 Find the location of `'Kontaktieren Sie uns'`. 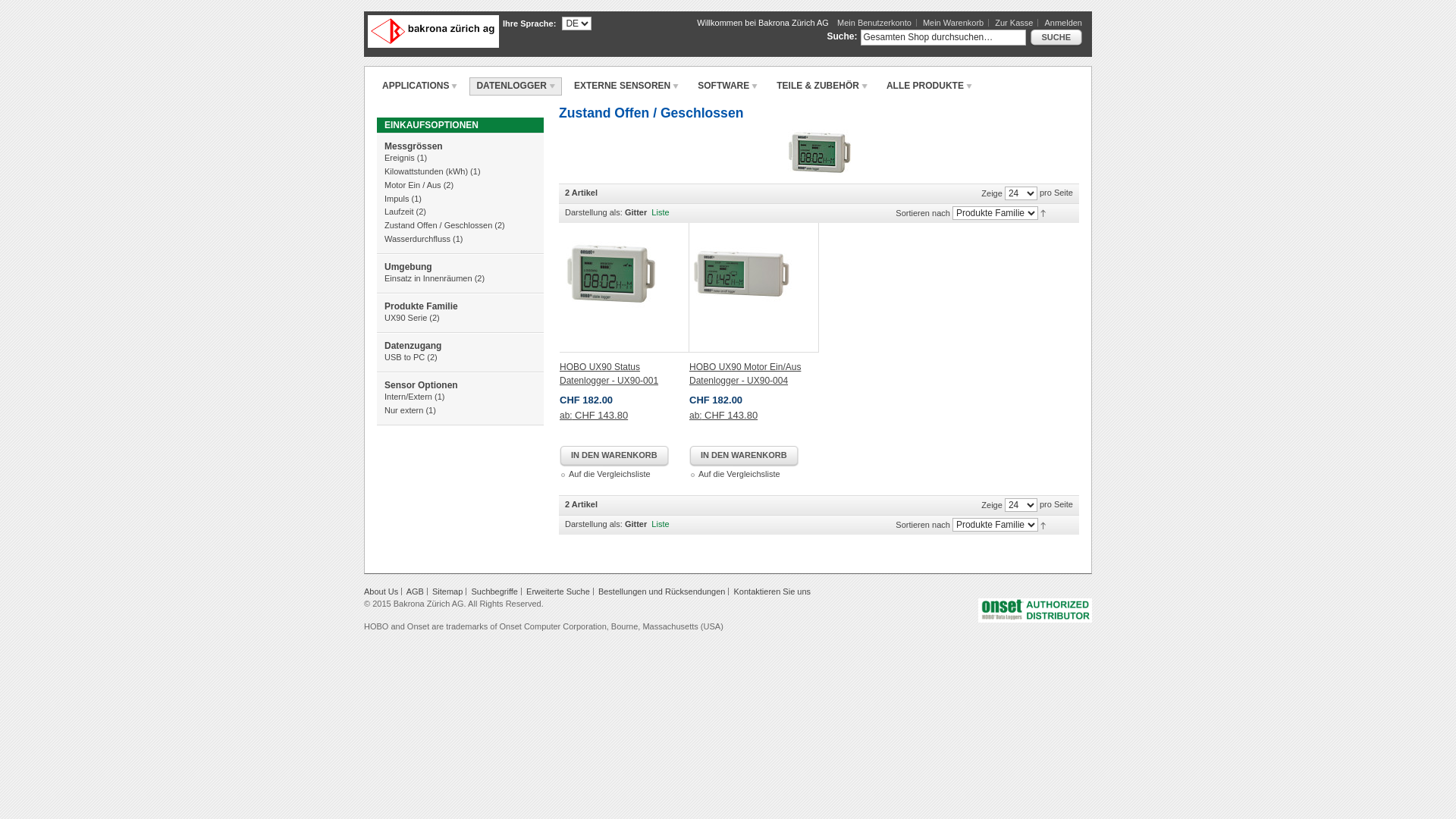

'Kontaktieren Sie uns' is located at coordinates (734, 590).